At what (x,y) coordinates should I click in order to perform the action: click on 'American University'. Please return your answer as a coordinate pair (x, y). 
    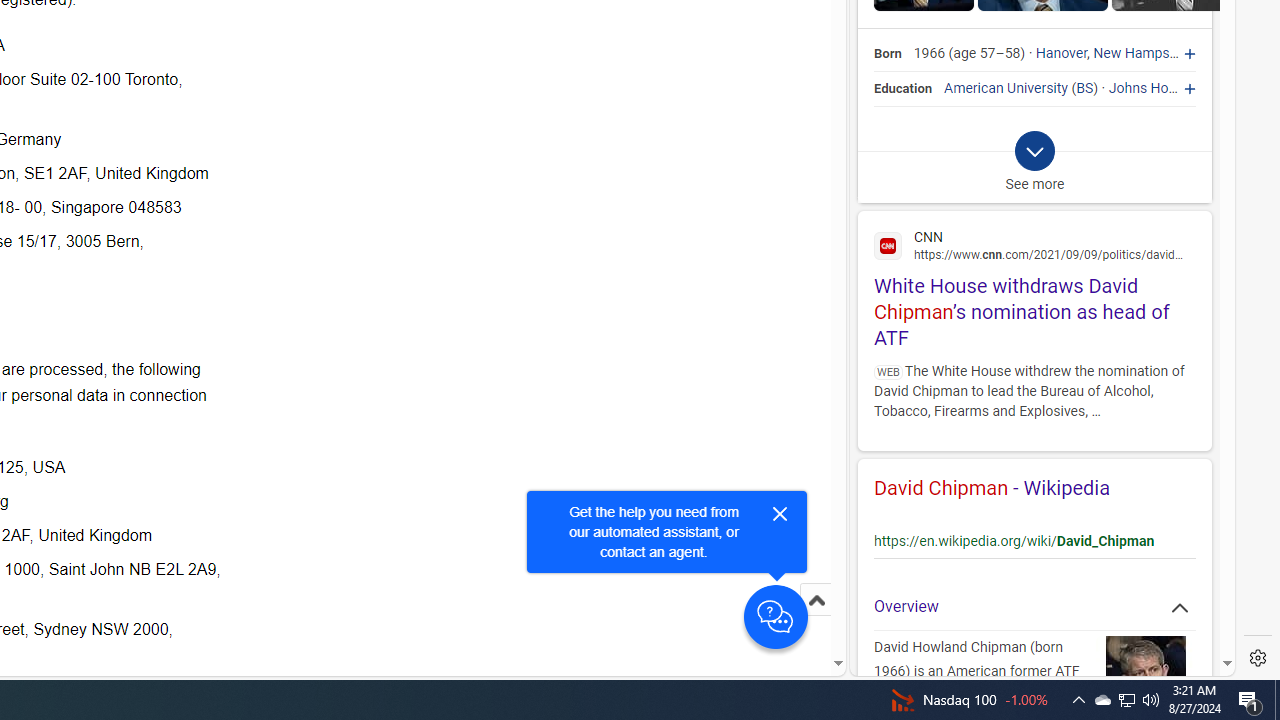
    Looking at the image, I should click on (1006, 87).